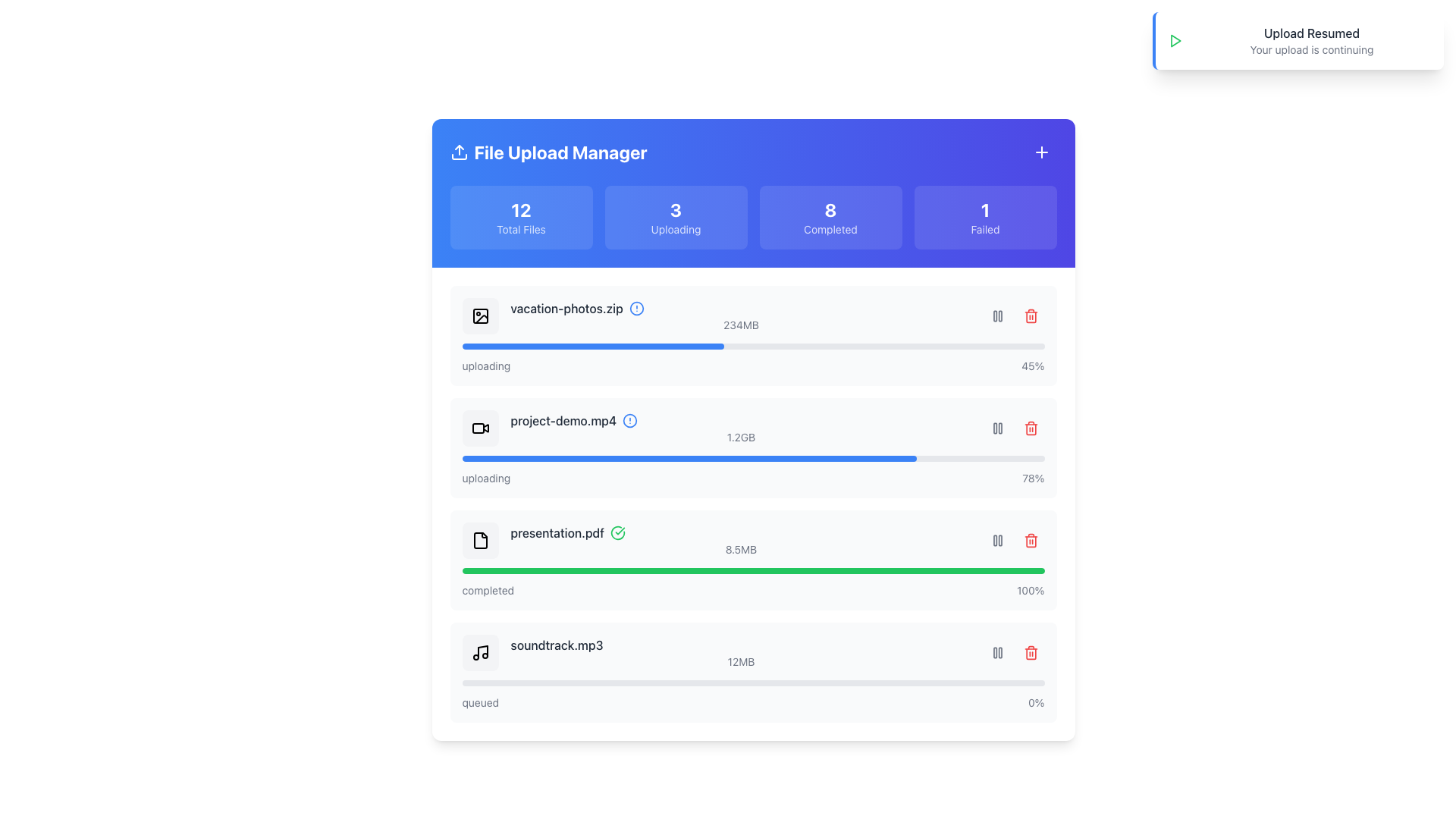 The height and width of the screenshot is (819, 1456). Describe the element at coordinates (1032, 479) in the screenshot. I see `the text label that displays the upload progress of the file 'project-demo.mp4'` at that location.